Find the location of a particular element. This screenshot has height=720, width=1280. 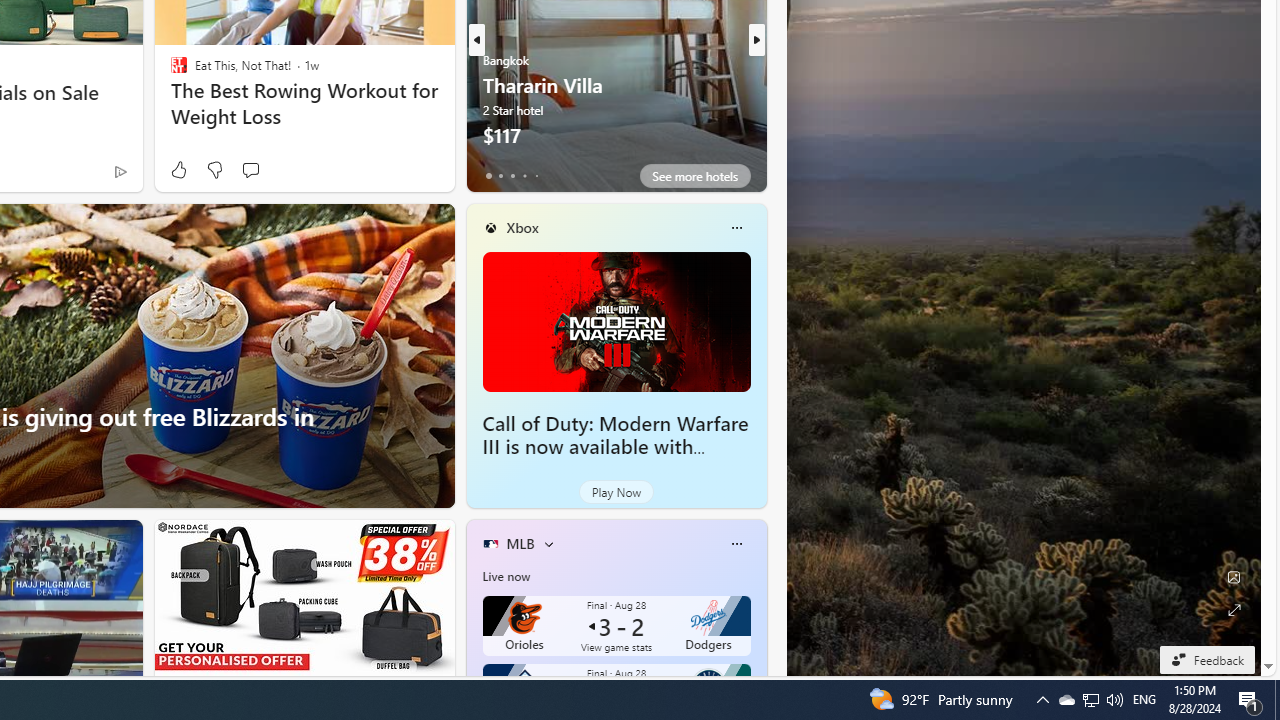

'next' is located at coordinates (755, 39).